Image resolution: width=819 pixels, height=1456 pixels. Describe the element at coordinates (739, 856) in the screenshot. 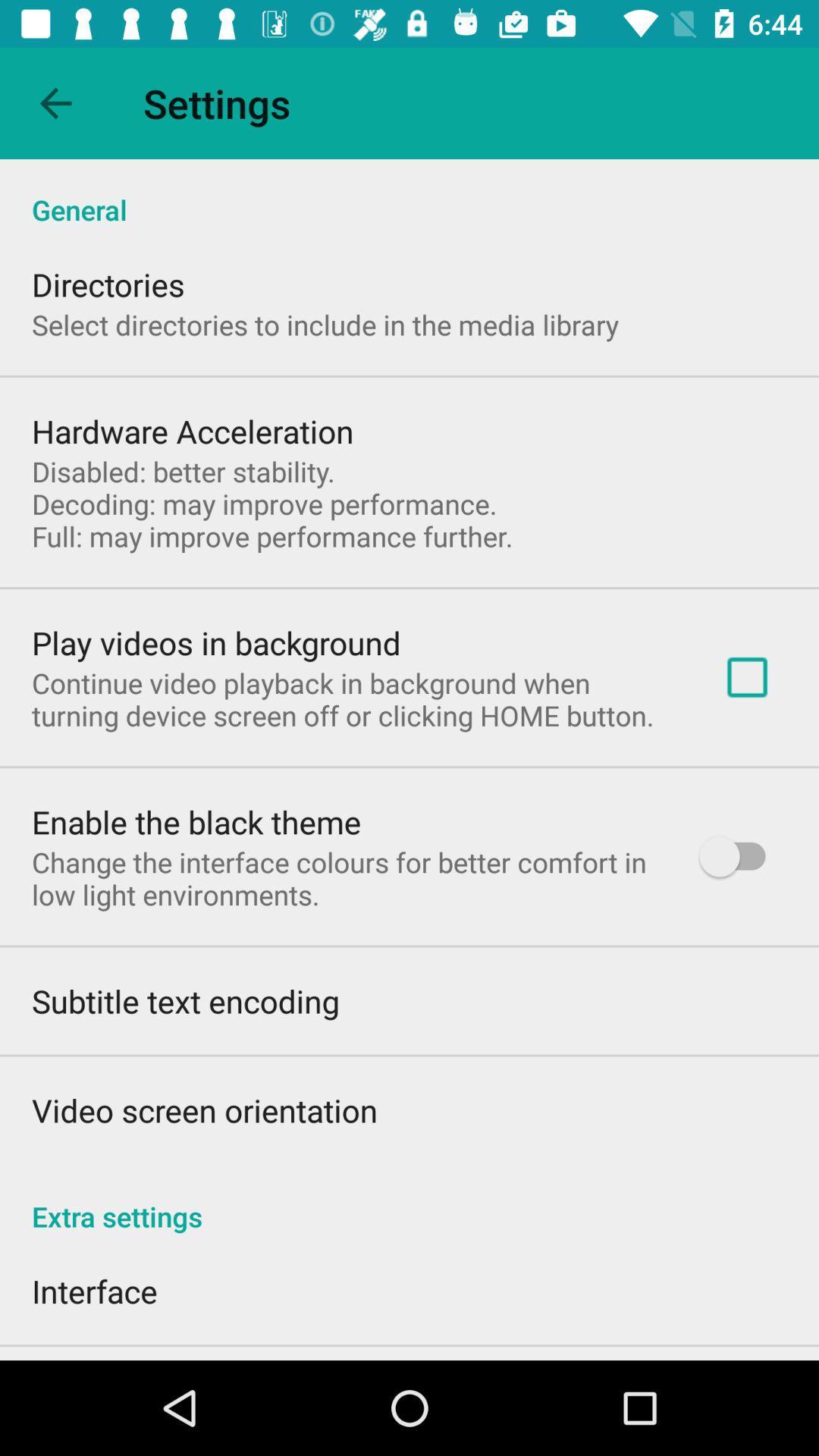

I see `the item above extra settings app` at that location.